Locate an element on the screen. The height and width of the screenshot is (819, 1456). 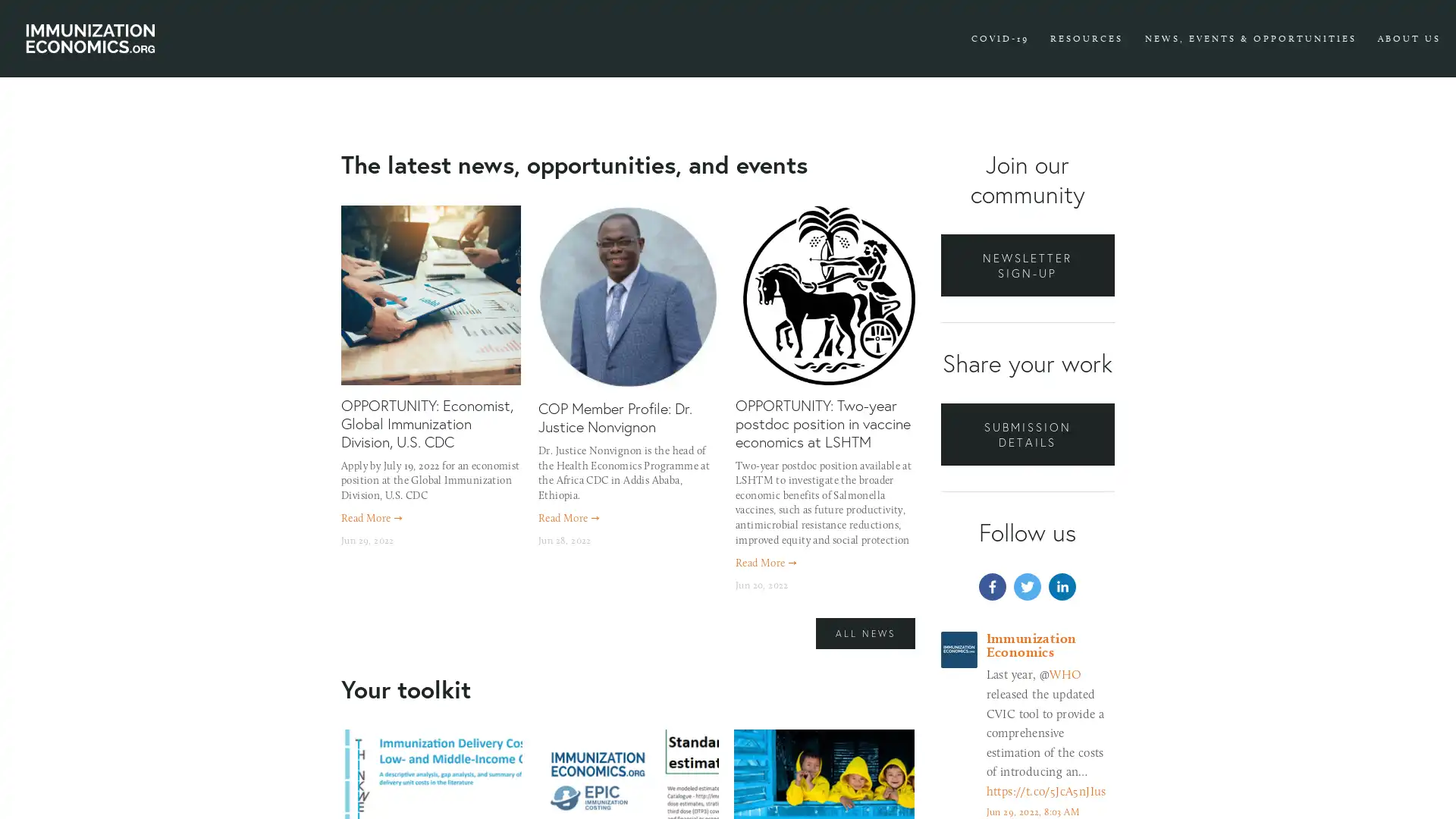
Subscribe is located at coordinates (870, 500).